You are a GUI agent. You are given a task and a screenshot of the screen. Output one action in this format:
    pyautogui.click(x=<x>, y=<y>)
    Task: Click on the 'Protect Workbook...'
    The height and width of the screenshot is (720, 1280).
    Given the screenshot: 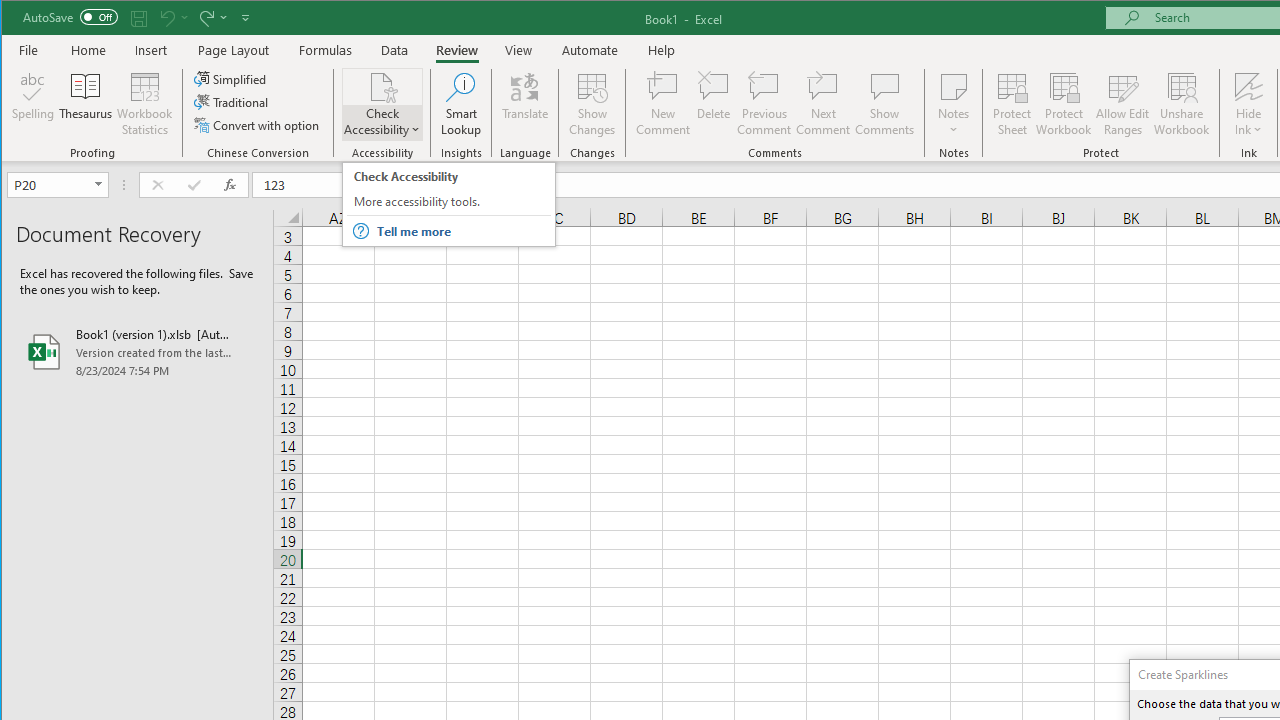 What is the action you would take?
    pyautogui.click(x=1063, y=104)
    